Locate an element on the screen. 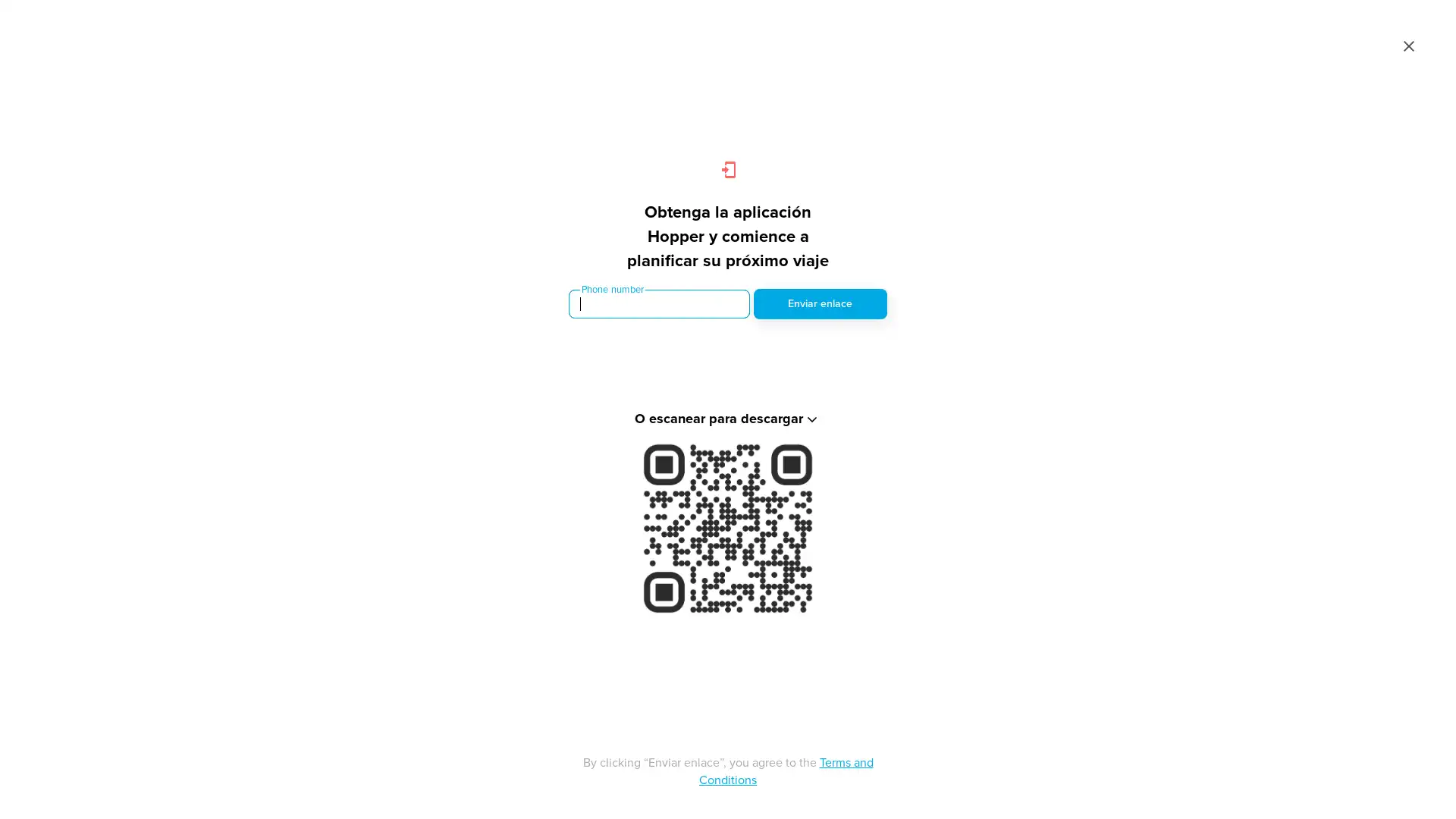  Enviar enlace is located at coordinates (819, 304).